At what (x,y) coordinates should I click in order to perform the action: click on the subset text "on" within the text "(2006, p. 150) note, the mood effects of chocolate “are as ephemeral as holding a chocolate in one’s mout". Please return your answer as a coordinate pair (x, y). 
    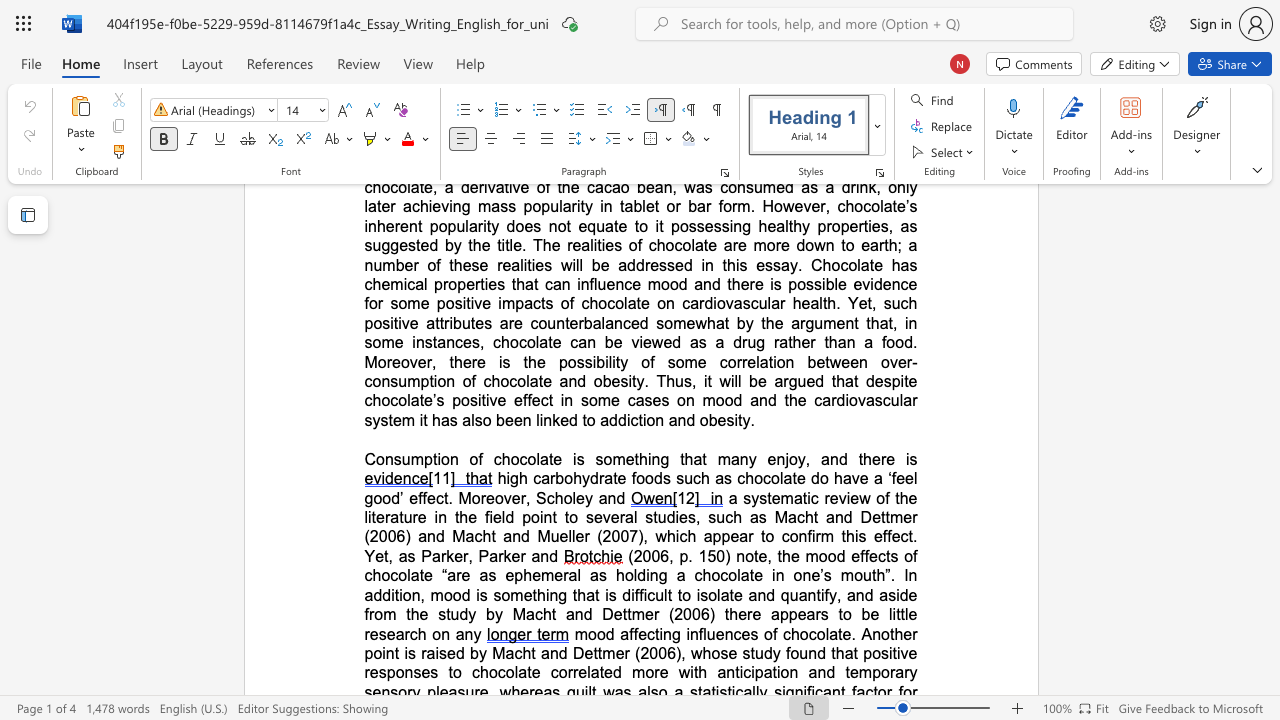
    Looking at the image, I should click on (792, 575).